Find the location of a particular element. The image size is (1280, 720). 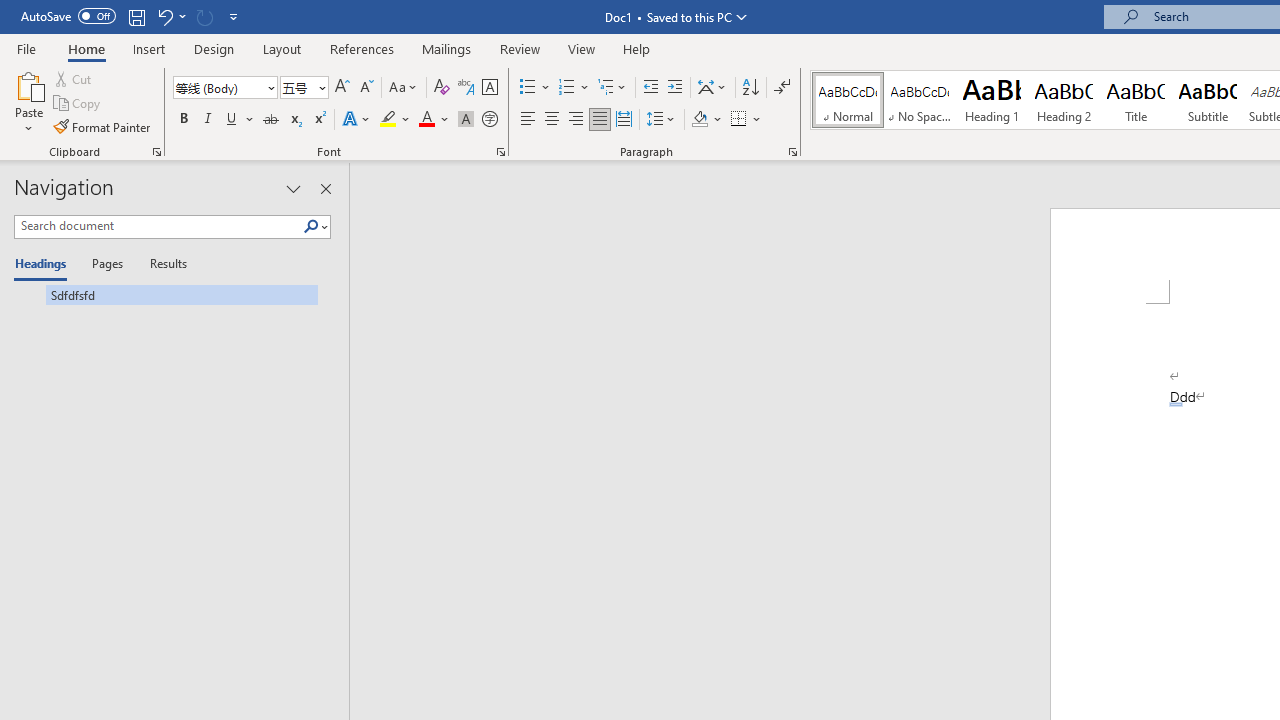

'Numbering' is located at coordinates (566, 86).